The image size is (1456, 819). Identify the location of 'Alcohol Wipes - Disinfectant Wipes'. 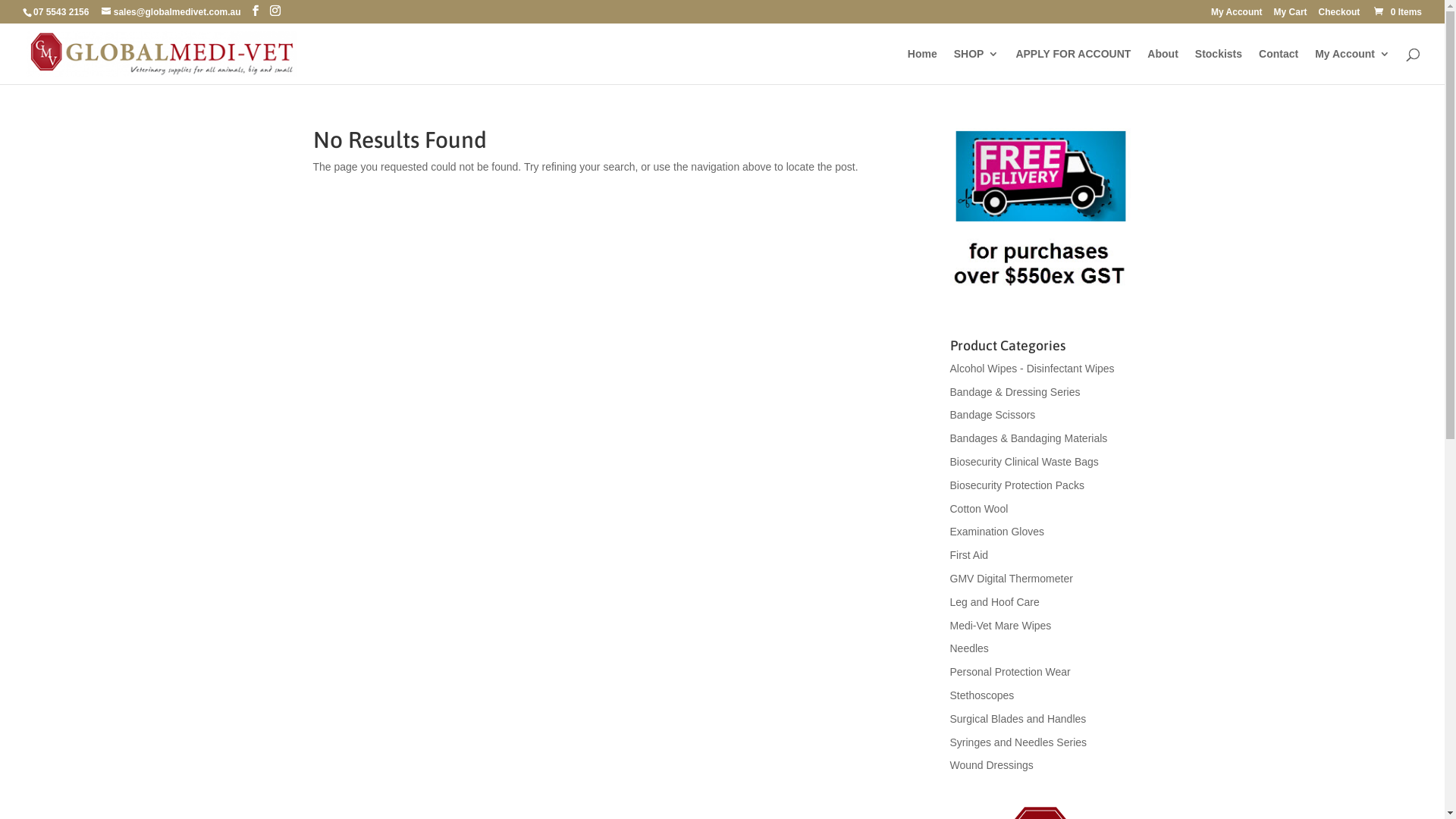
(949, 369).